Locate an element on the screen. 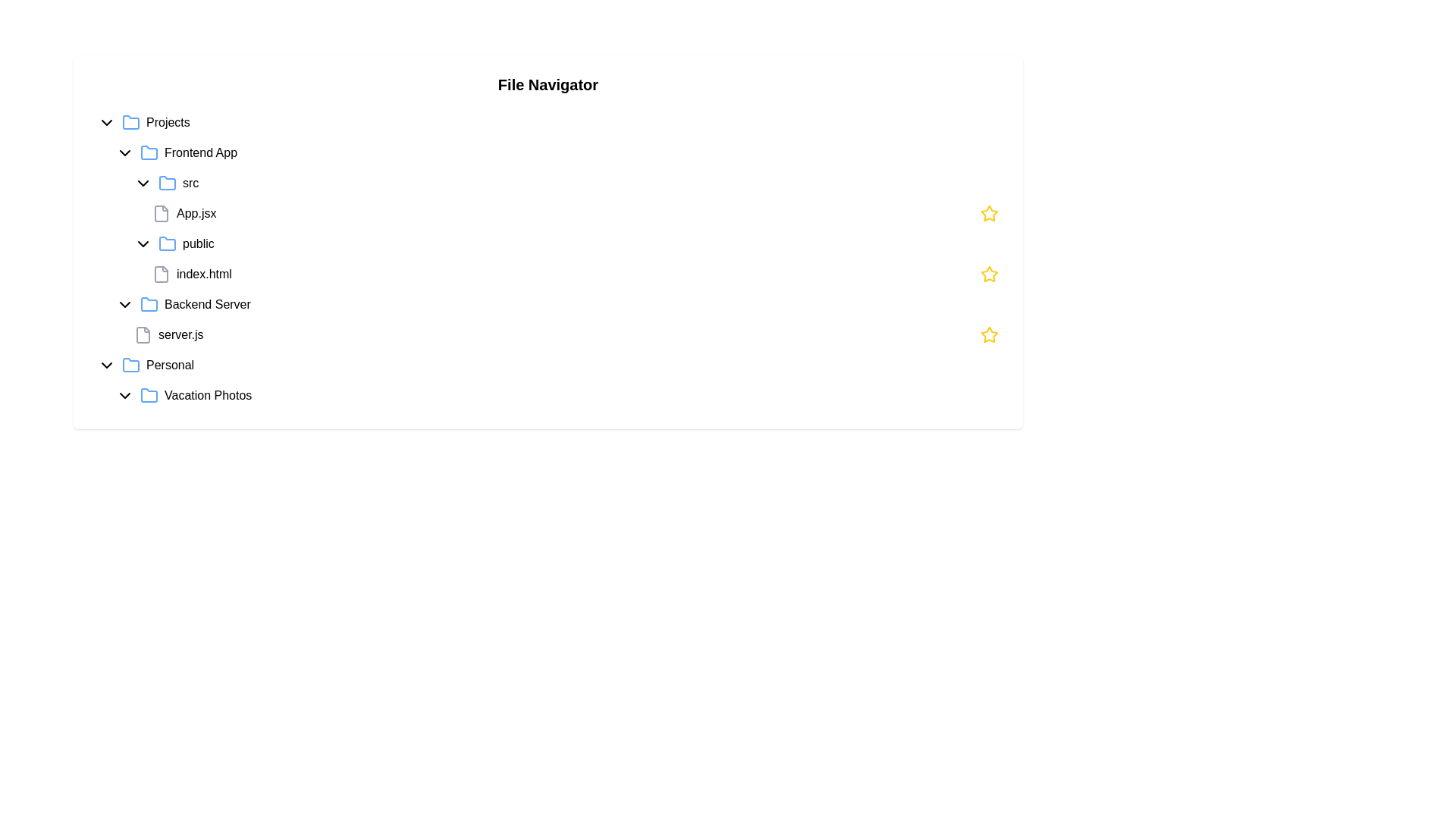 Image resolution: width=1456 pixels, height=819 pixels. the 'Vacation Photos' text label in the 'Personal' folder is located at coordinates (207, 394).